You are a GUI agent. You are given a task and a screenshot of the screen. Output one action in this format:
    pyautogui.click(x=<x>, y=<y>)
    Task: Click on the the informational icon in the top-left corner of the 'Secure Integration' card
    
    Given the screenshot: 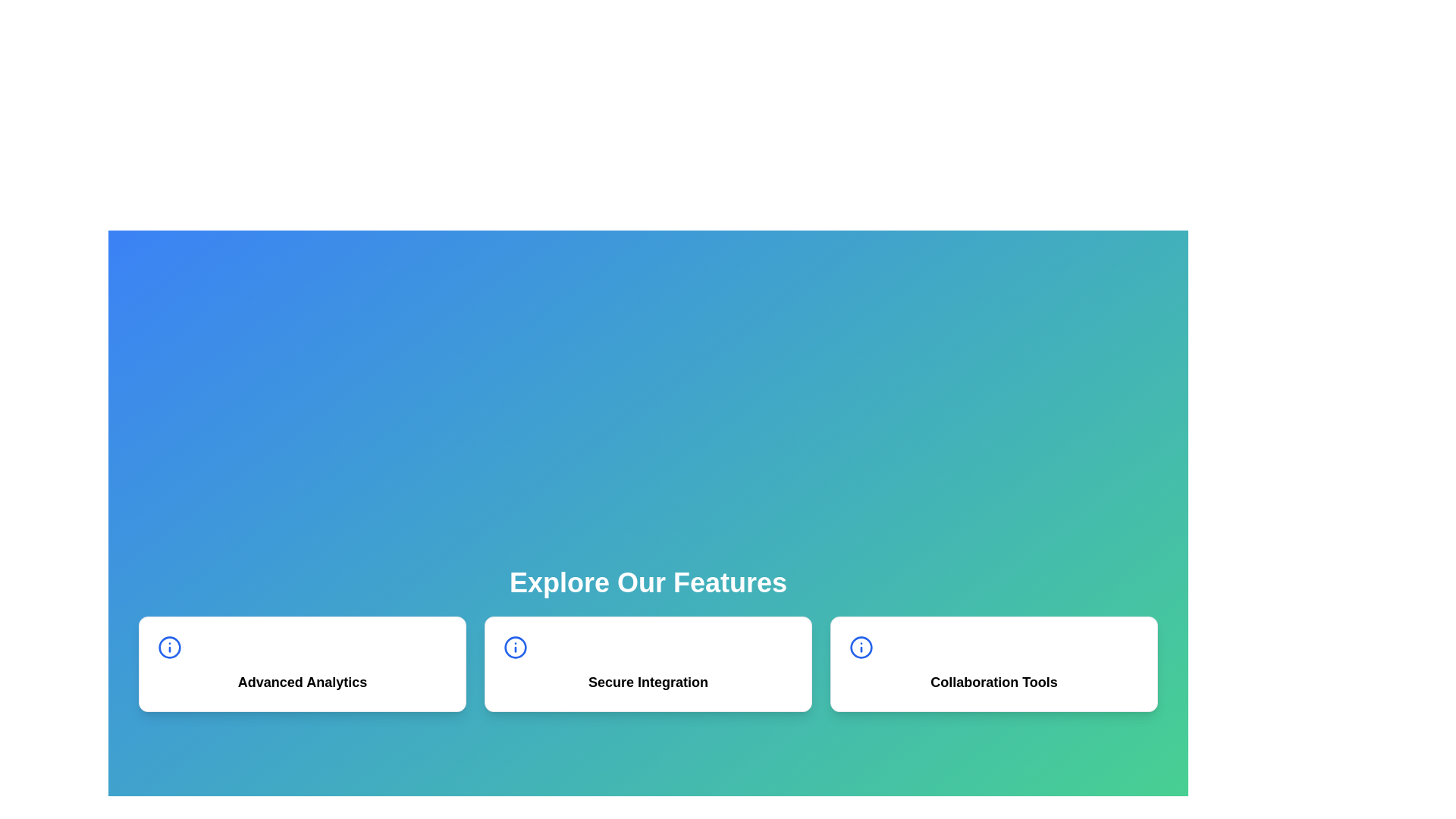 What is the action you would take?
    pyautogui.click(x=516, y=647)
    